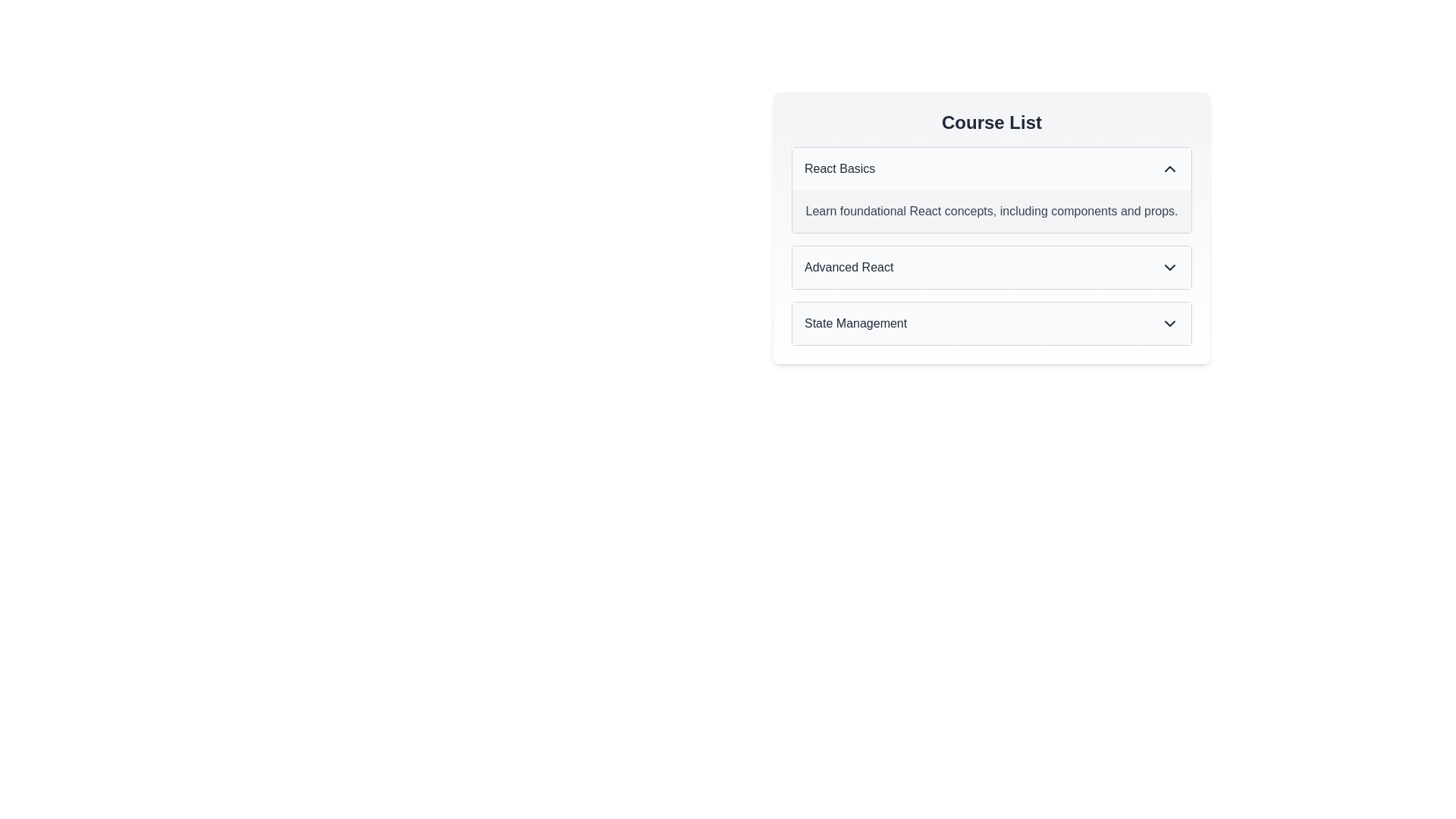  Describe the element at coordinates (992, 323) in the screenshot. I see `the Toggle Button labeled 'State Management' located at the bottom of the Course List section, which features a collapsible chevron icon on the right` at that location.